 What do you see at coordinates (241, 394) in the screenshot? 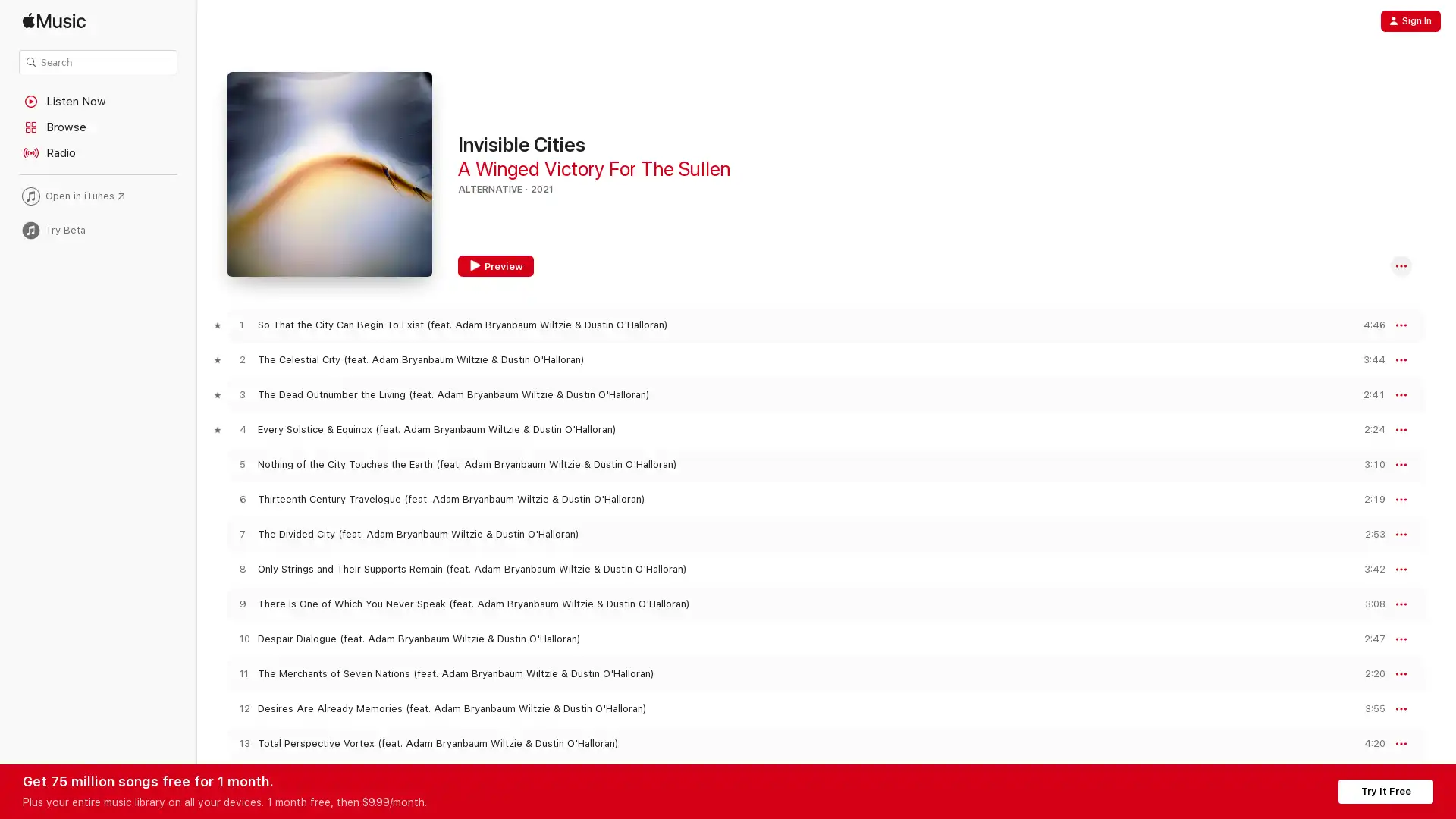
I see `Play` at bounding box center [241, 394].